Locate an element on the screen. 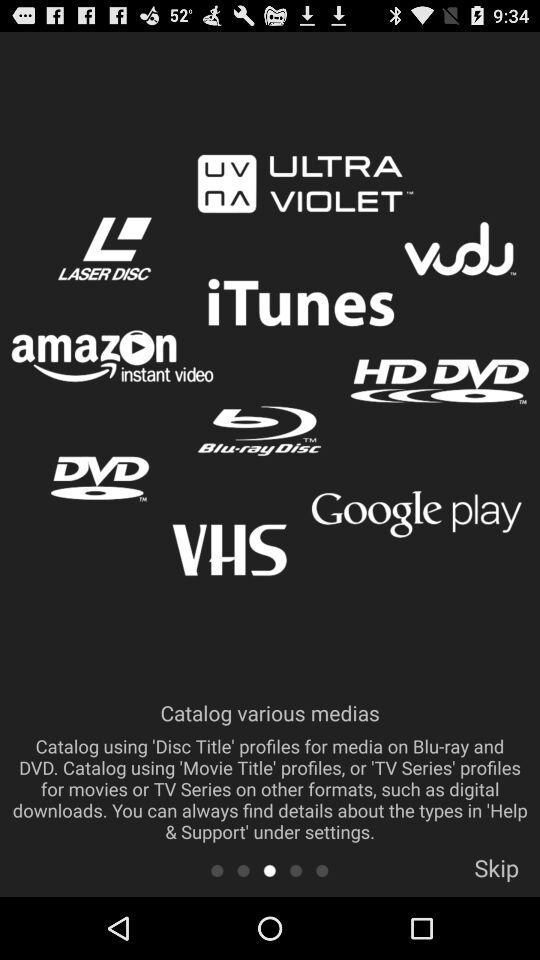 This screenshot has width=540, height=960. back to is located at coordinates (216, 869).